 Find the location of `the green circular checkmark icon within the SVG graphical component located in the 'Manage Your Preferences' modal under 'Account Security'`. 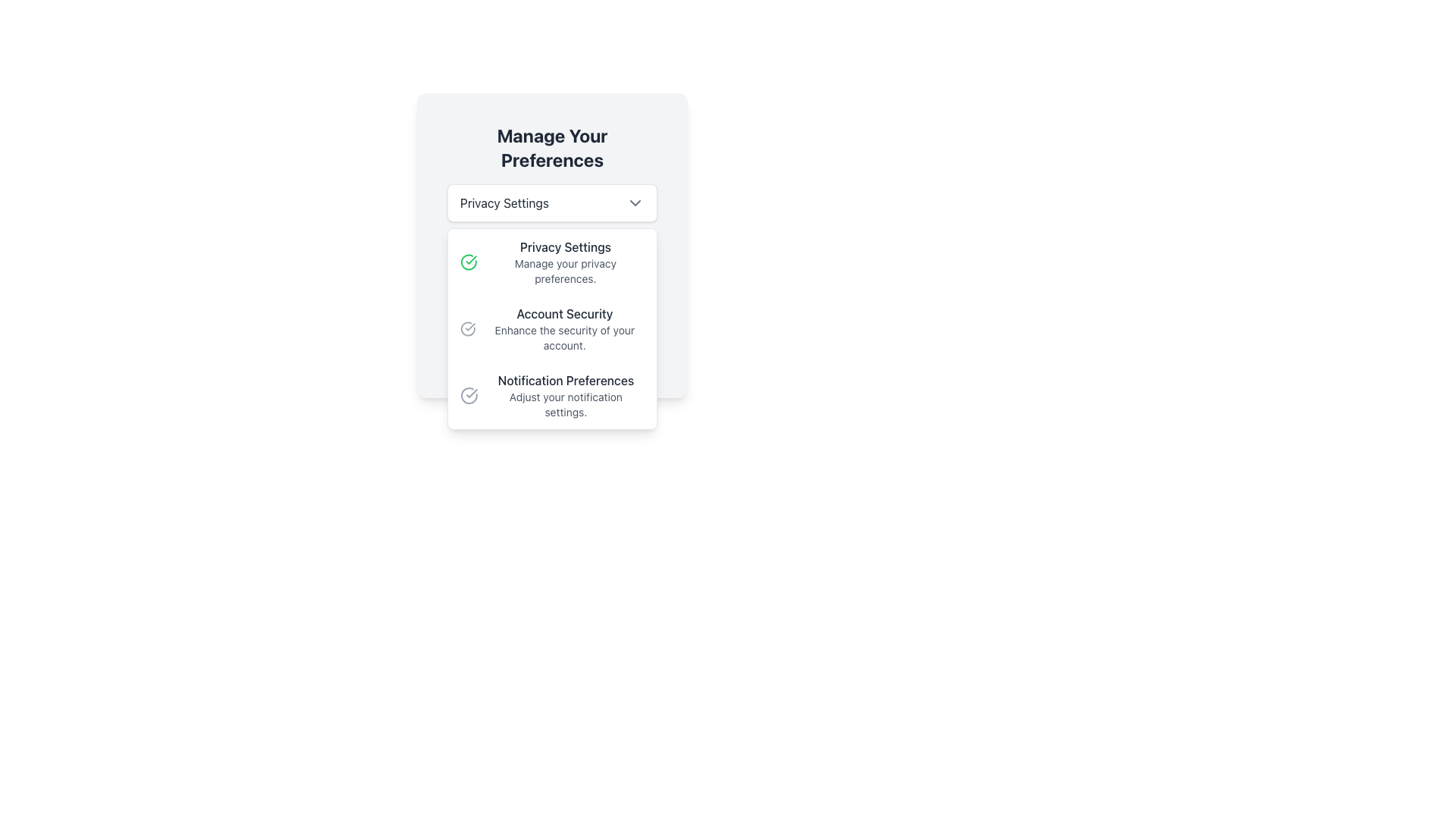

the green circular checkmark icon within the SVG graphical component located in the 'Manage Your Preferences' modal under 'Account Security' is located at coordinates (470, 259).